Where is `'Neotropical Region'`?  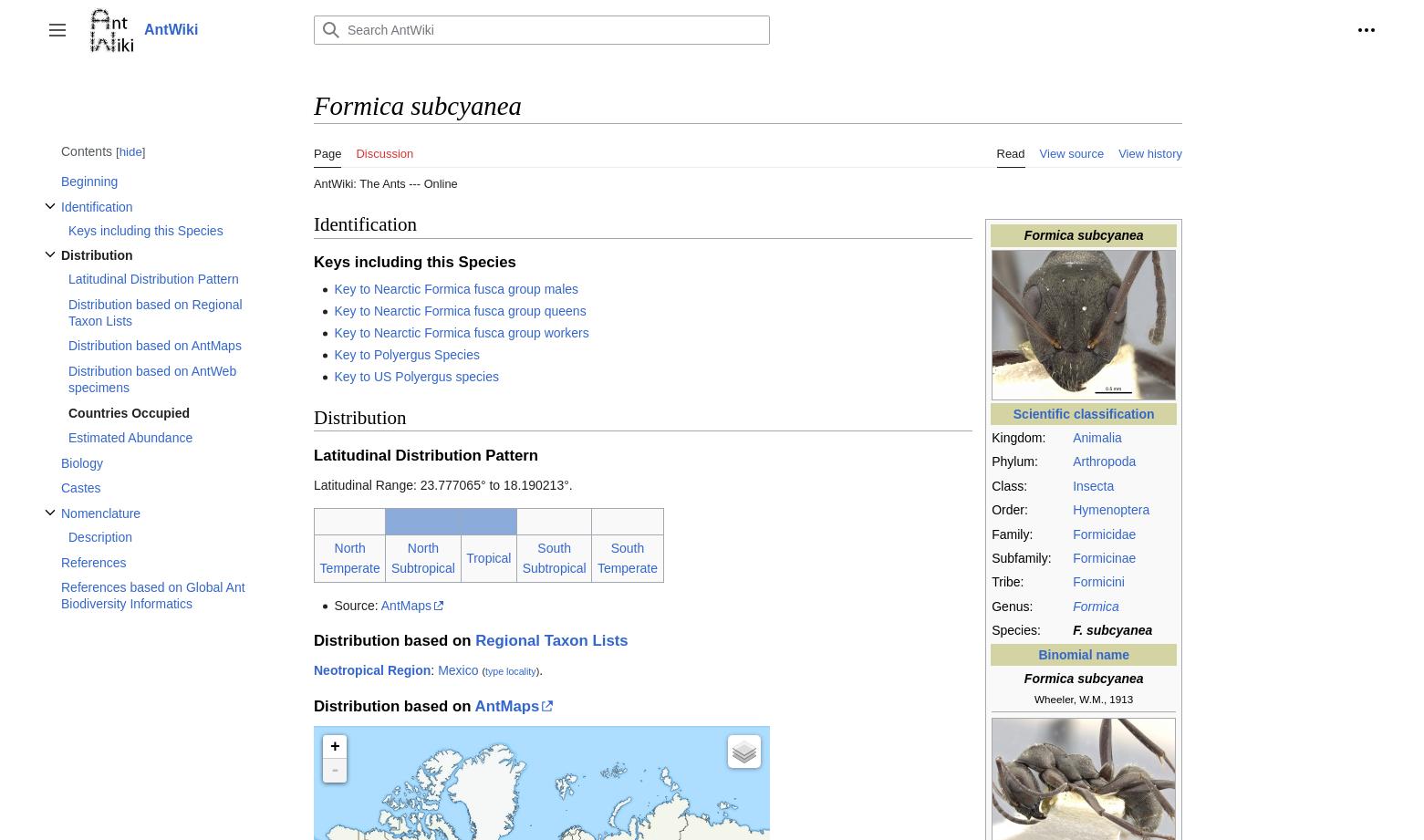
'Neotropical Region' is located at coordinates (371, 669).